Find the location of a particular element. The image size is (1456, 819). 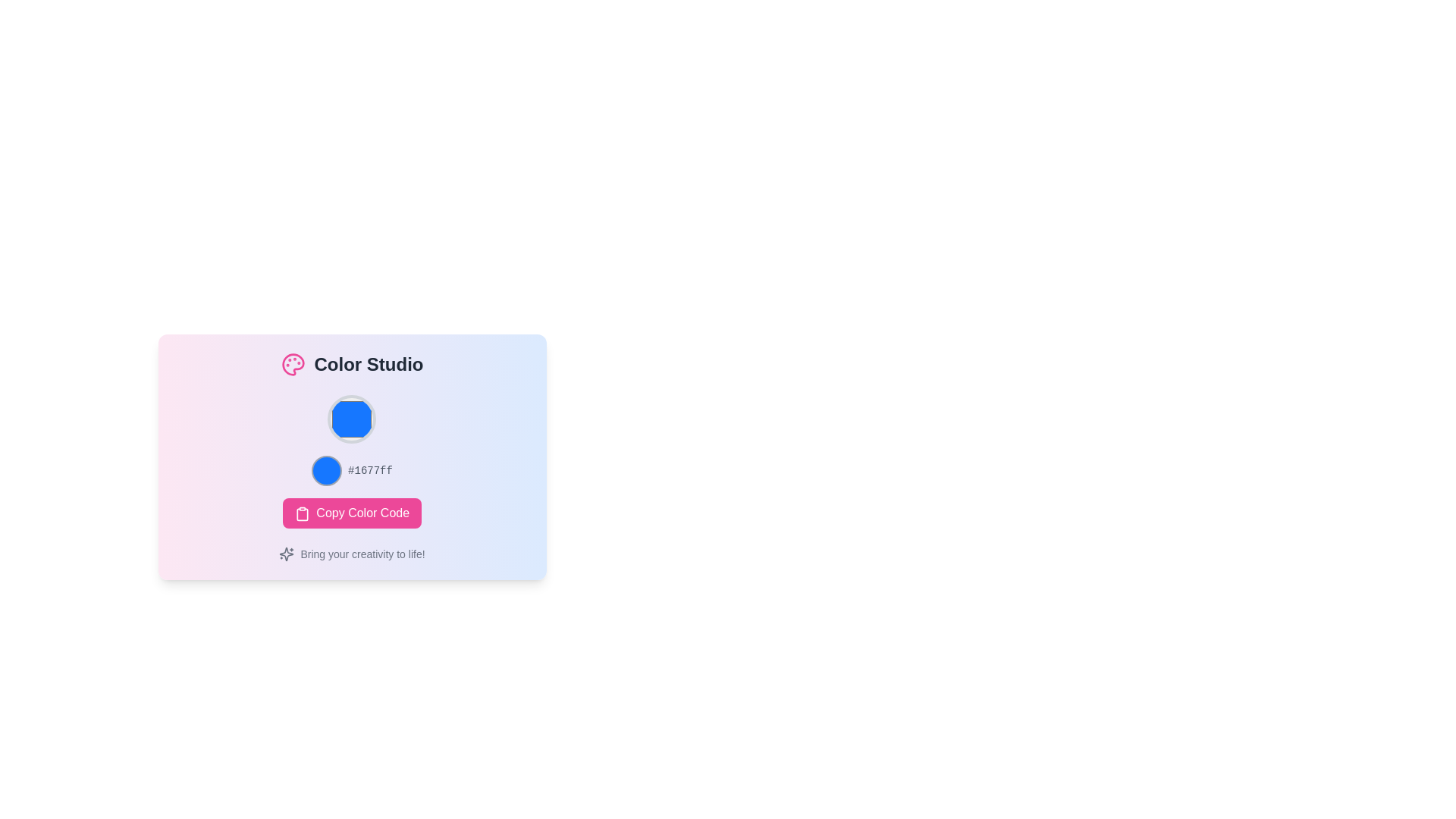

the clipboard icon that is part of the 'Copy Color Code' button, located in the bottom section of the content card is located at coordinates (302, 513).